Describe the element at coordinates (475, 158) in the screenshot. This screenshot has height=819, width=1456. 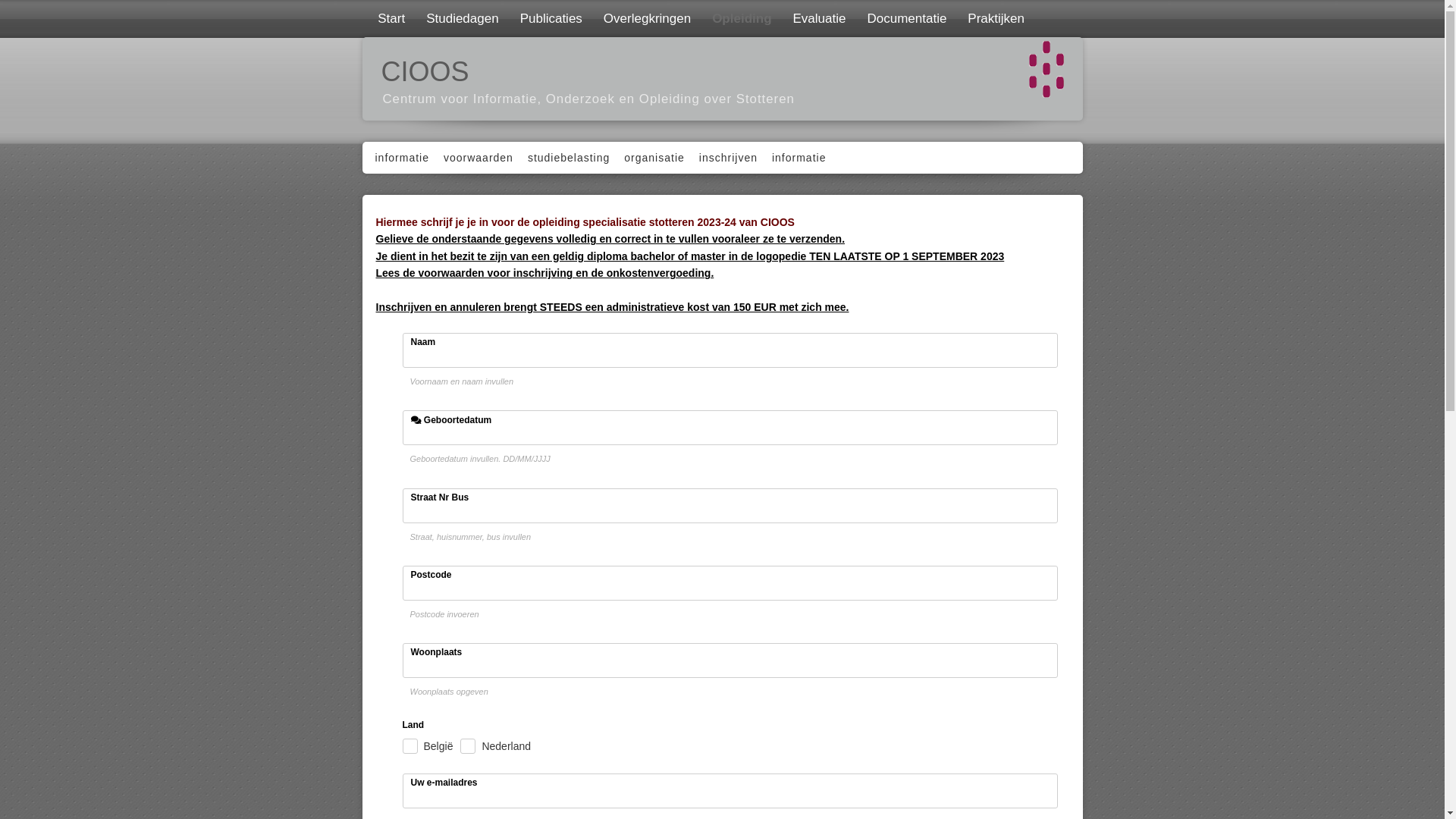
I see `'voorwaarden'` at that location.